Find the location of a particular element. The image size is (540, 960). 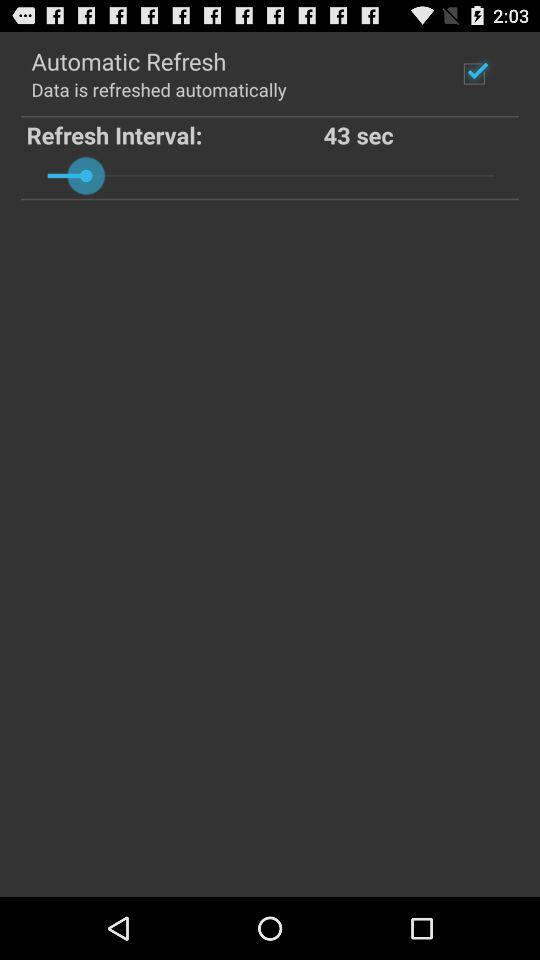

refresh interval: is located at coordinates (175, 133).